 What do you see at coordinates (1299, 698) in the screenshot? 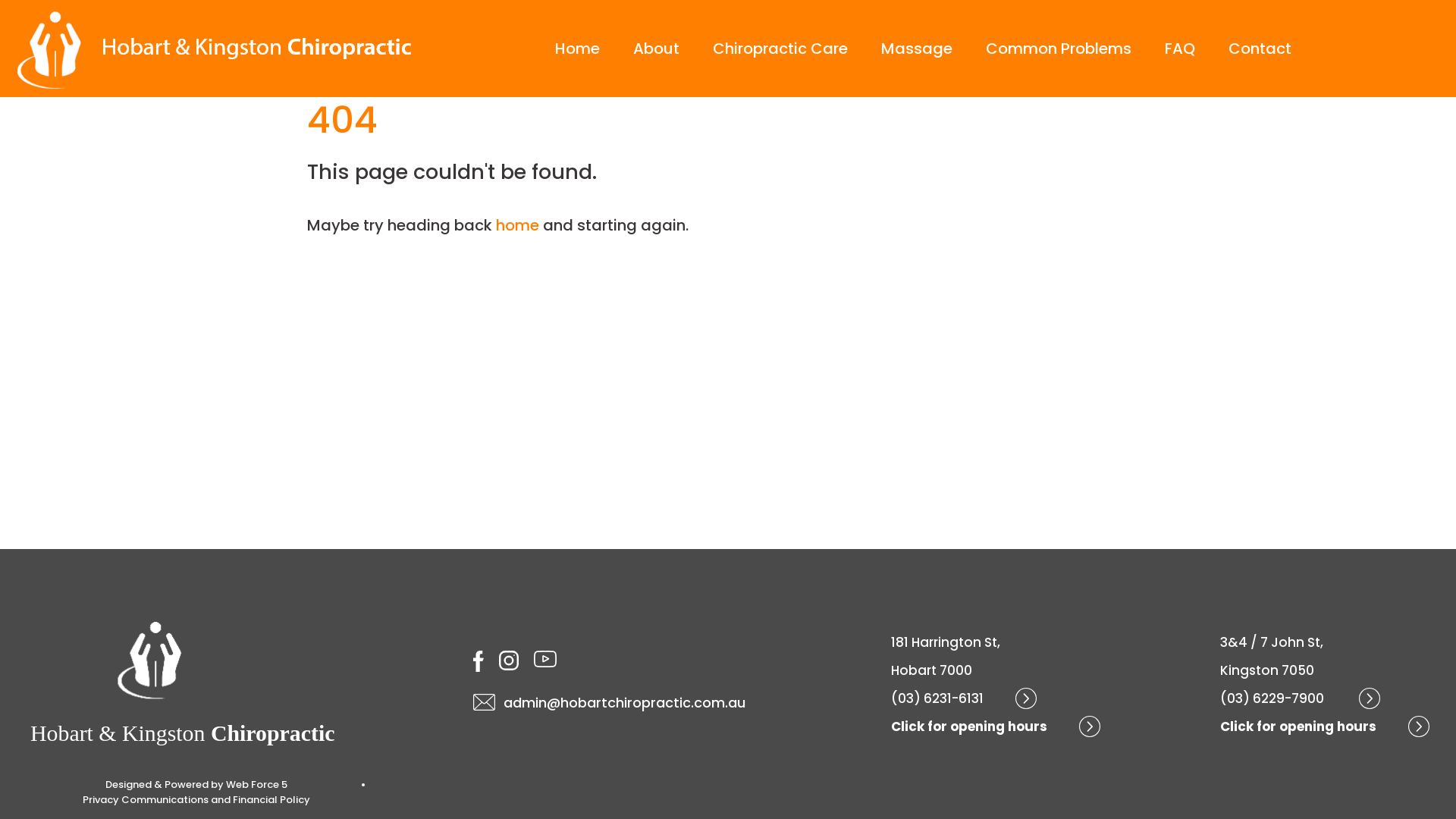
I see `'(03) 6229-7900 '` at bounding box center [1299, 698].